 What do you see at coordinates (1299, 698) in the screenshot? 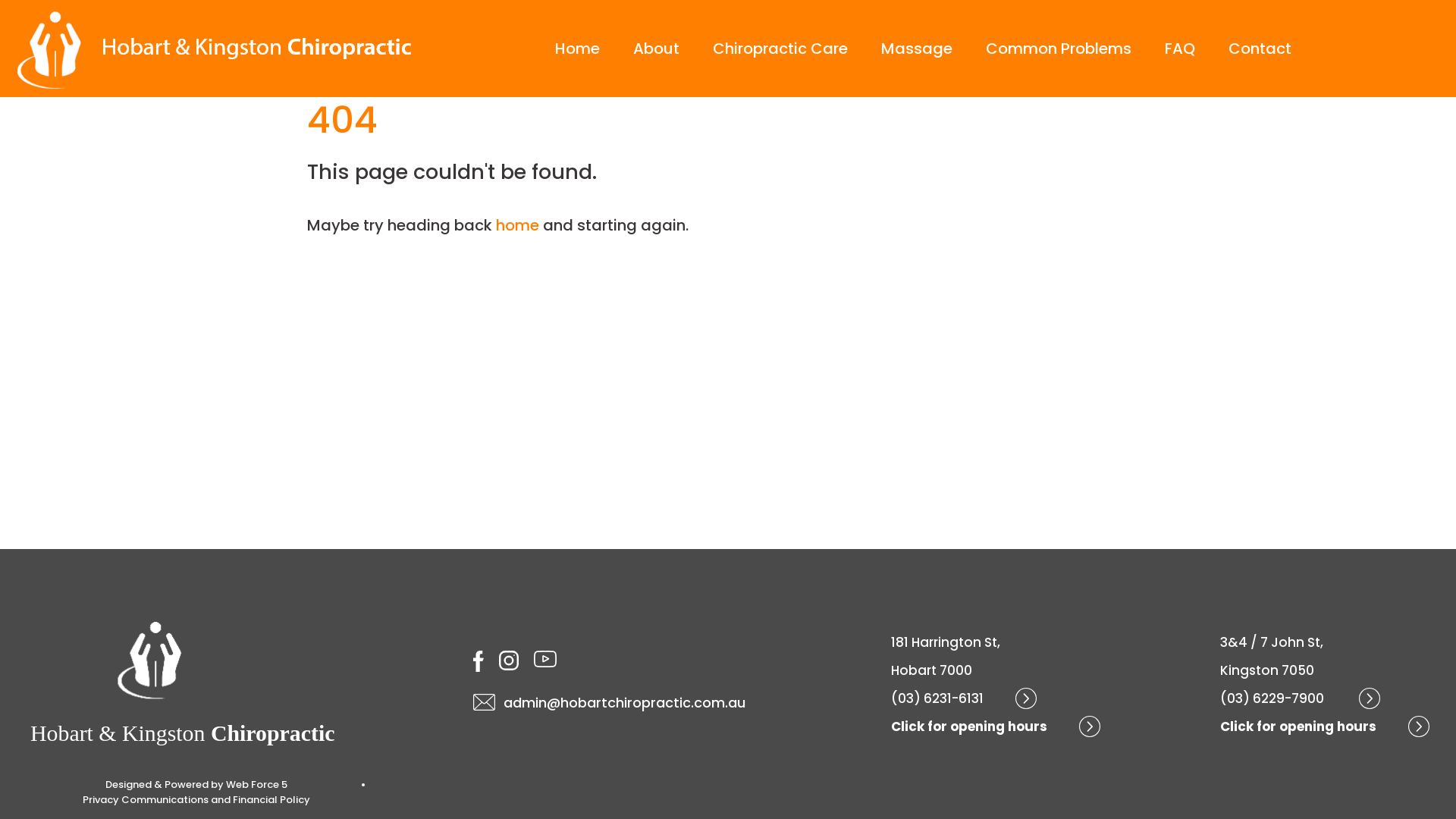
I see `'(03) 6229-7900 '` at bounding box center [1299, 698].